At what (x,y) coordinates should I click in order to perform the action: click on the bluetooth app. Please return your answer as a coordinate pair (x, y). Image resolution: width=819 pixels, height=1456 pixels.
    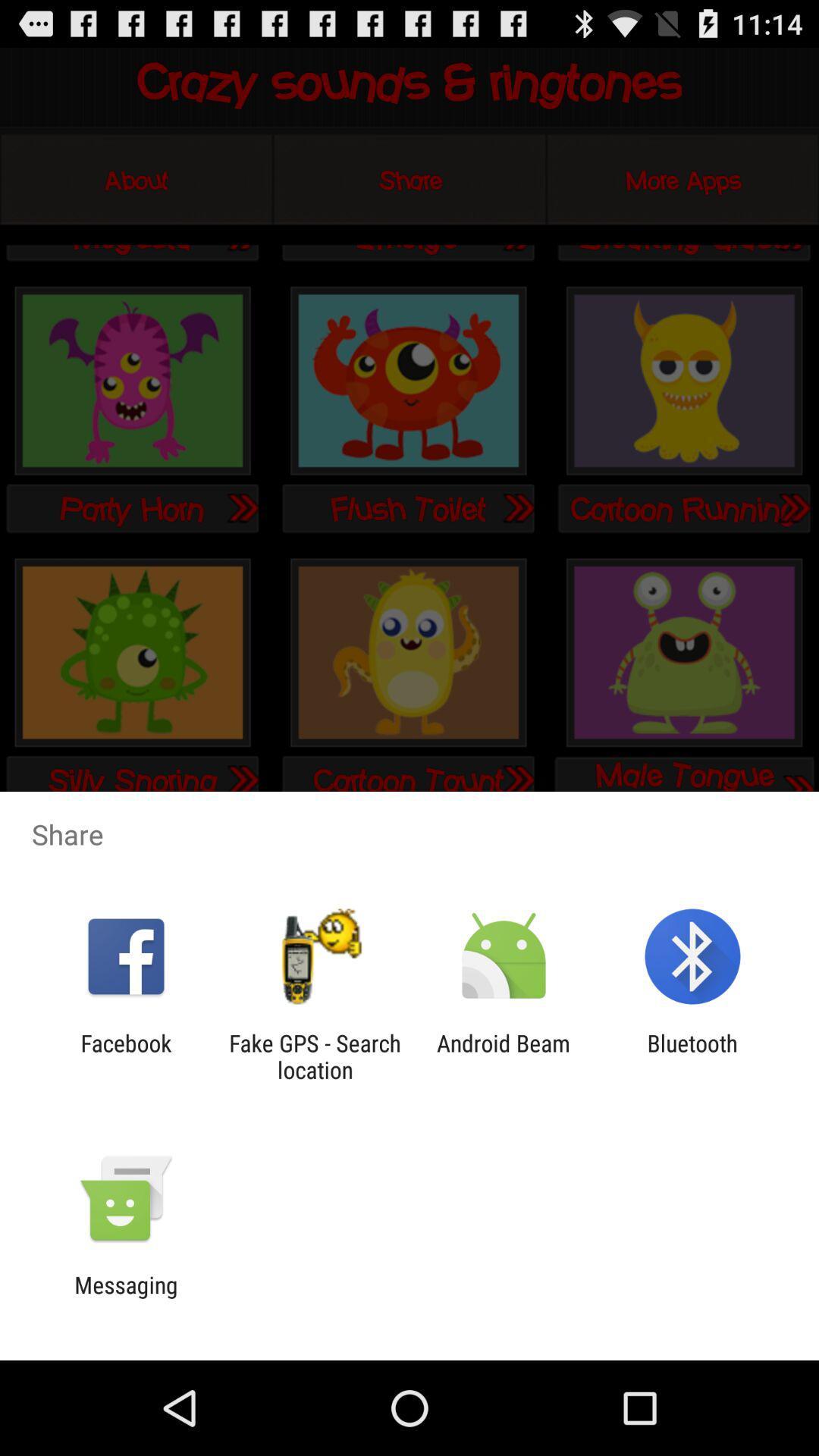
    Looking at the image, I should click on (692, 1056).